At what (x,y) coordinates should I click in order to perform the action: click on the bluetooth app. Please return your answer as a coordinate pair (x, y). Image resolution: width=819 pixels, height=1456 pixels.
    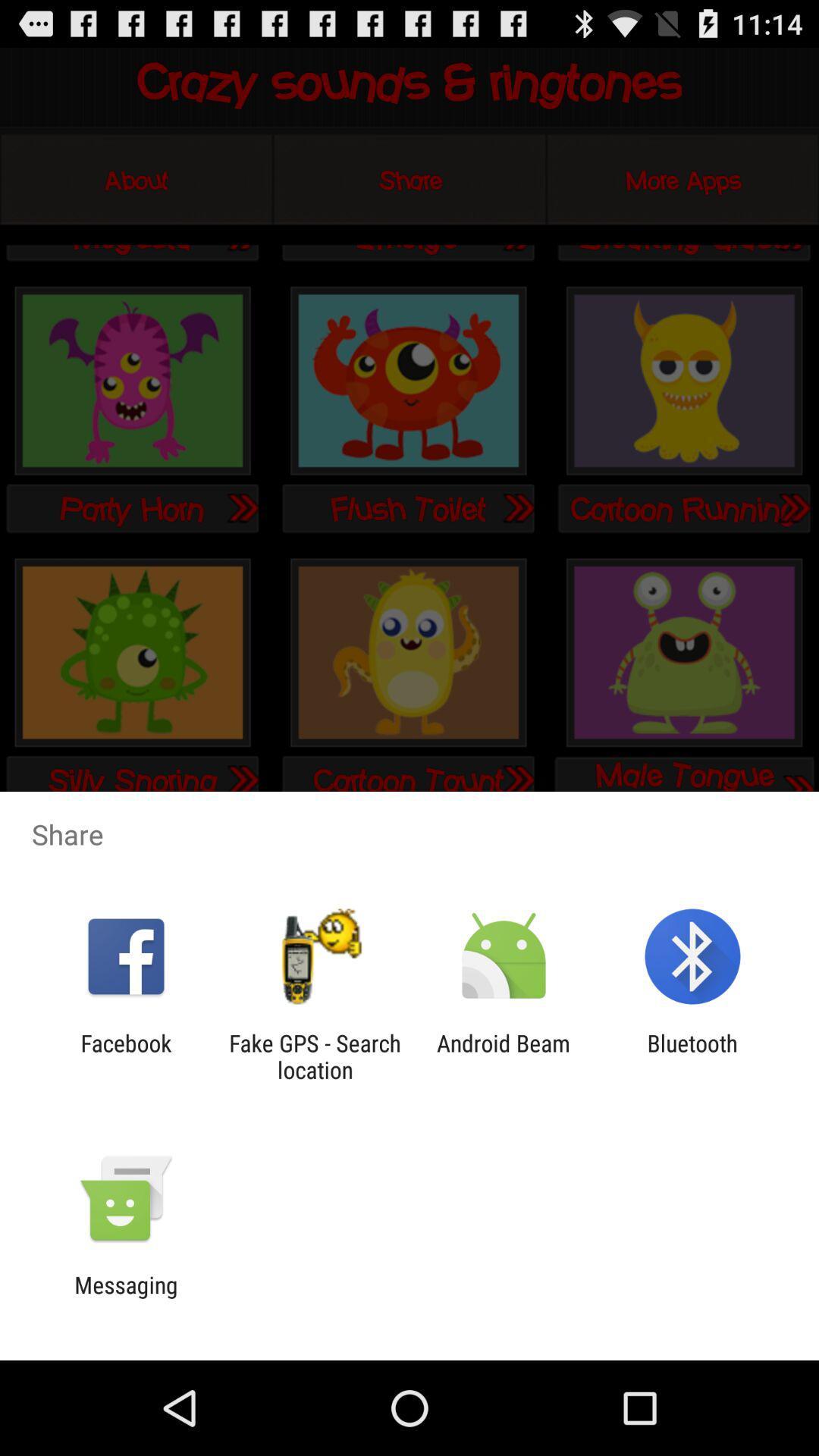
    Looking at the image, I should click on (692, 1056).